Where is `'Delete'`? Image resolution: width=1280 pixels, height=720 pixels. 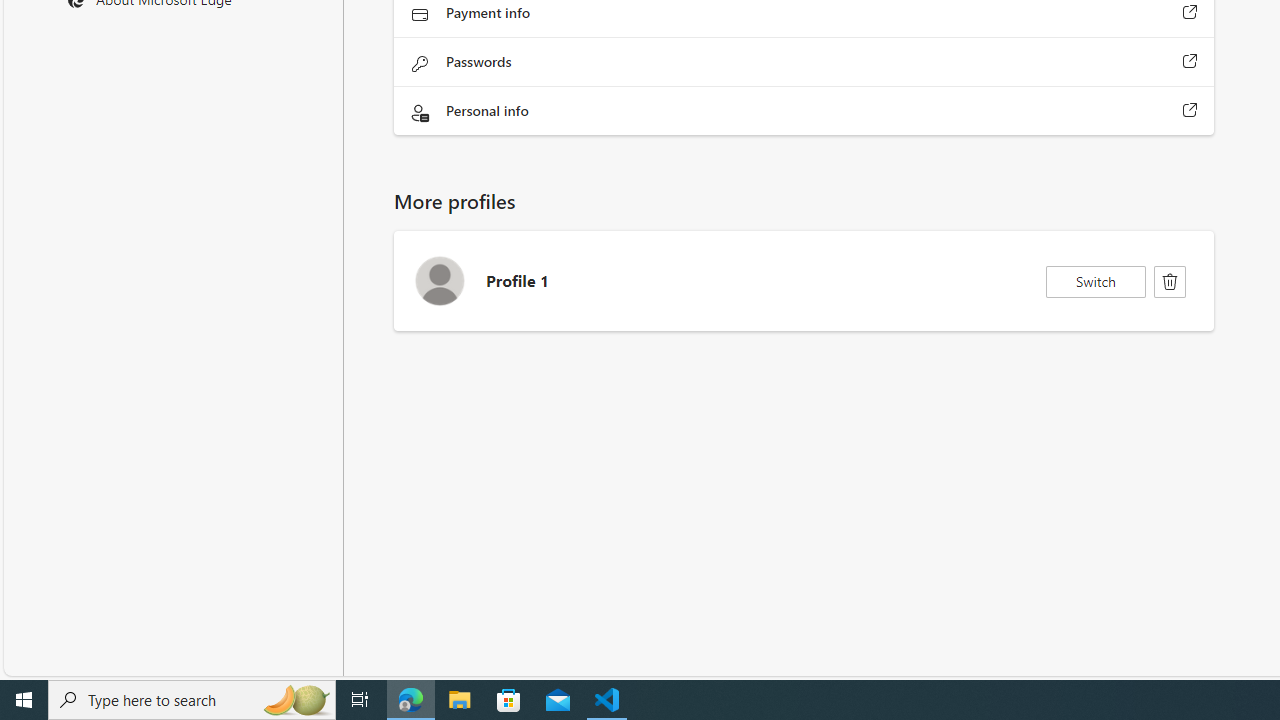
'Delete' is located at coordinates (1170, 281).